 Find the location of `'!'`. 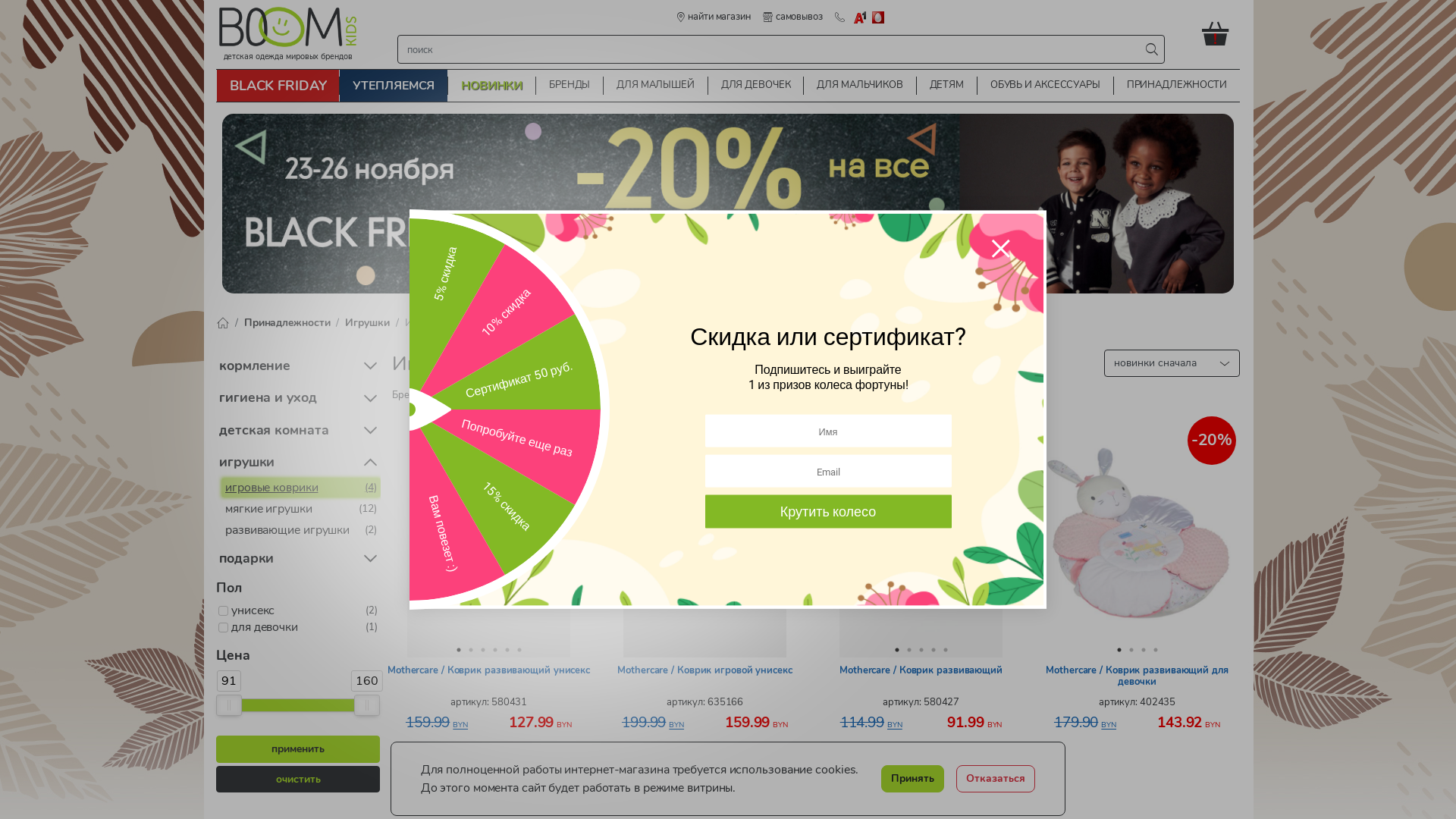

'!' is located at coordinates (1220, 33).